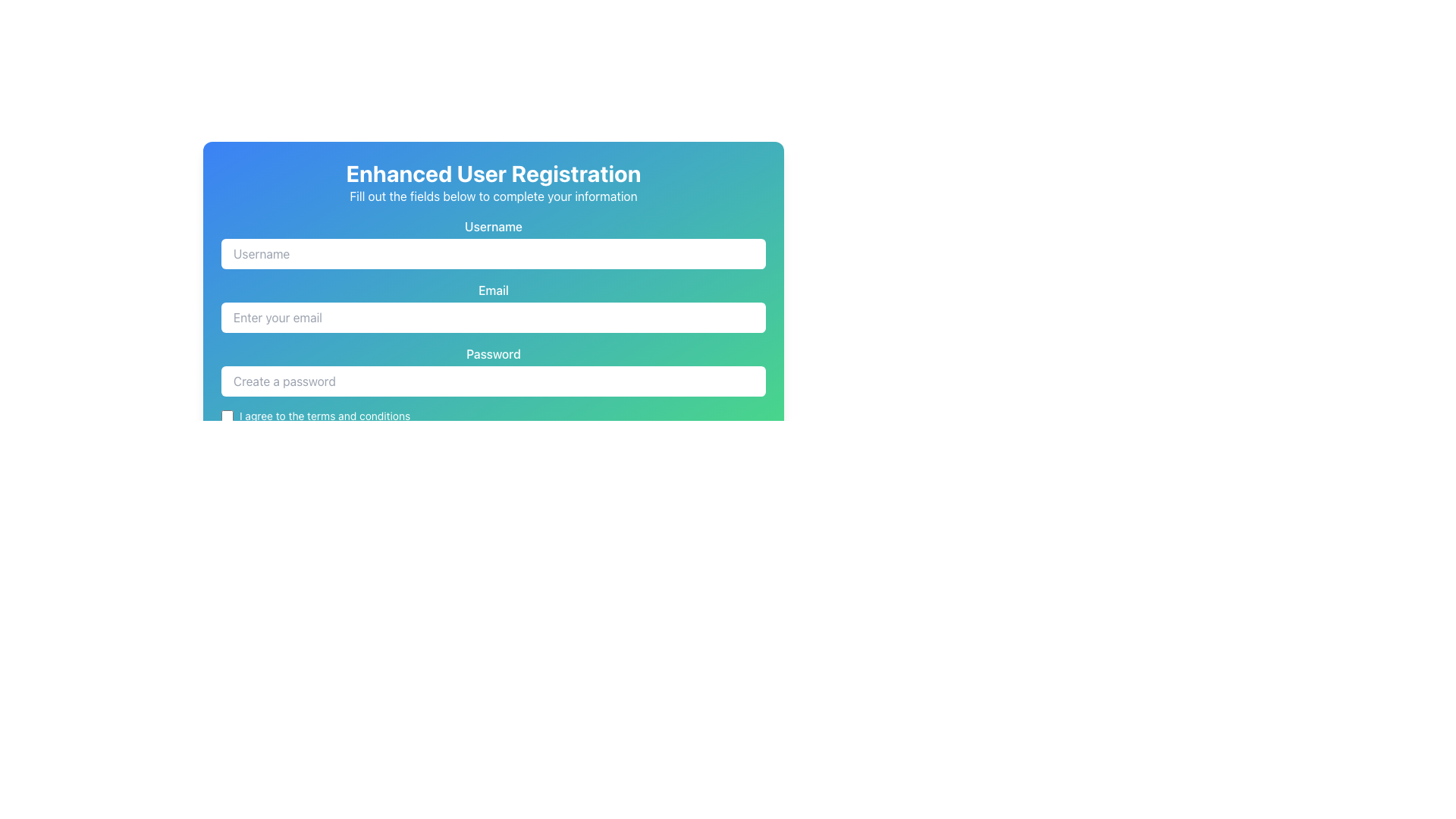  I want to click on the label indicating the purpose of the adjacent password input field, which is located directly above the 'Create a password' field, so click(494, 353).